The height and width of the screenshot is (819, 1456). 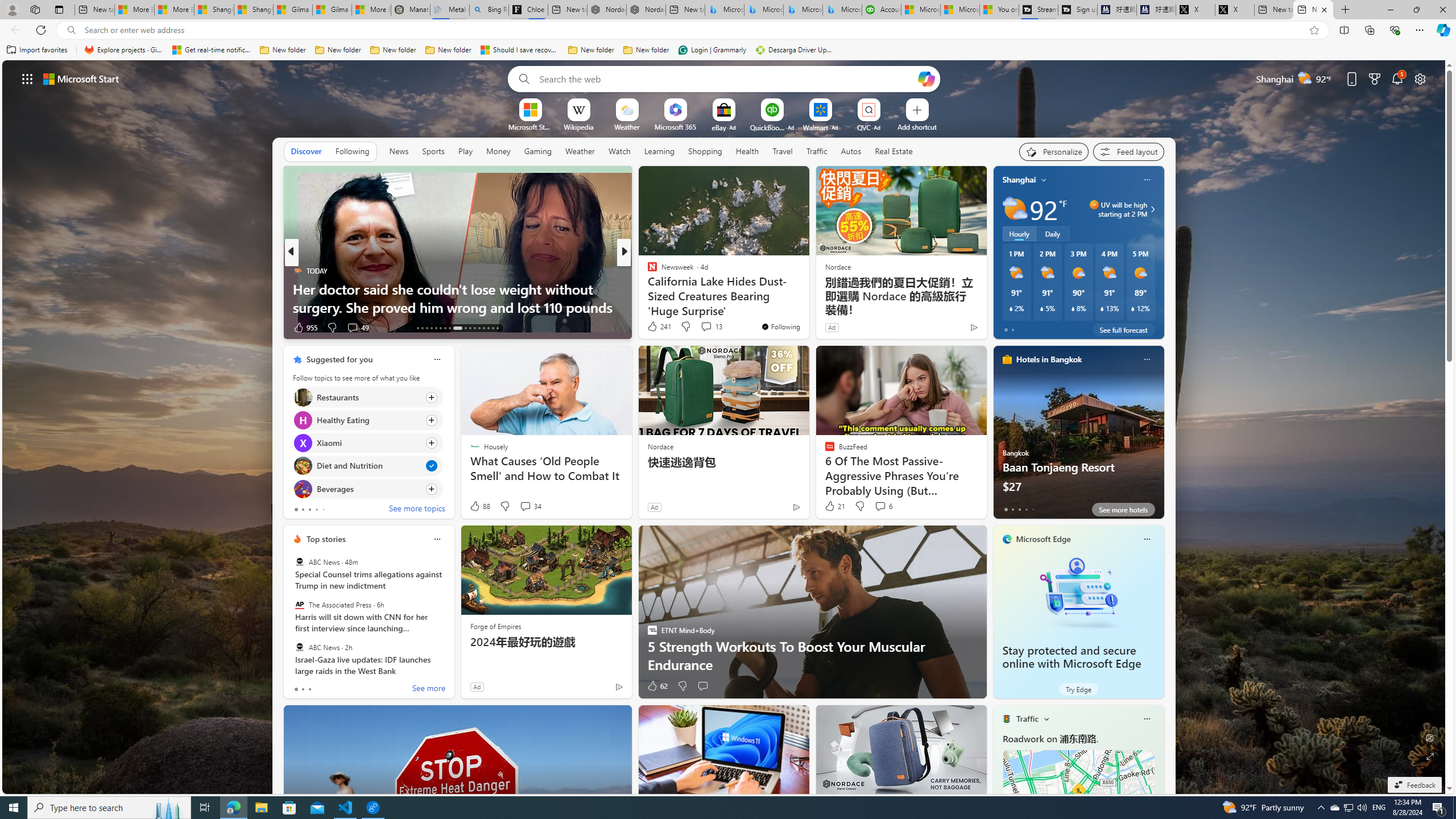 I want to click on 'AutomationID: tab-23', so click(x=470, y=328).